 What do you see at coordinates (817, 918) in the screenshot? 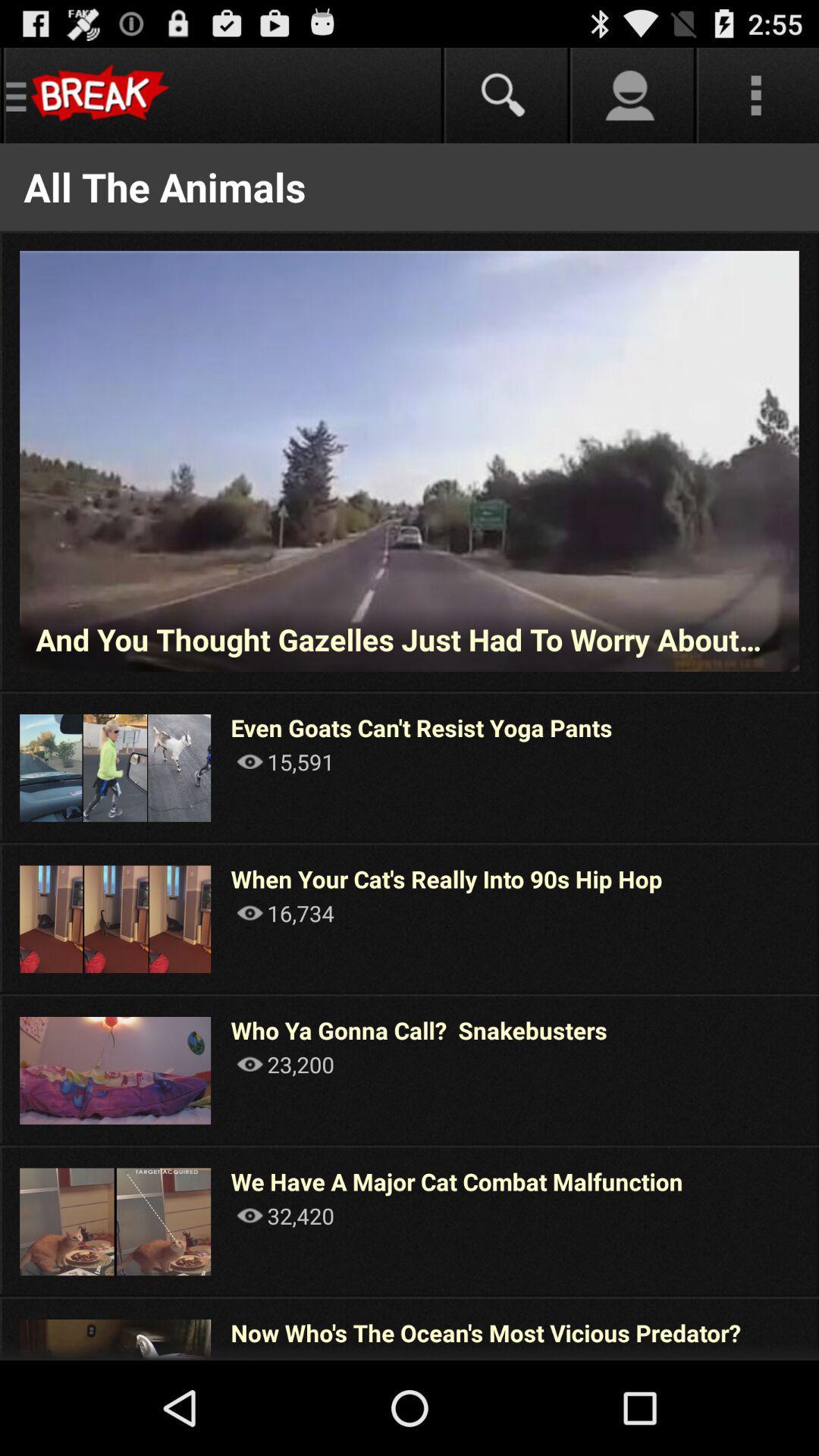
I see `app next to when your cat app` at bounding box center [817, 918].